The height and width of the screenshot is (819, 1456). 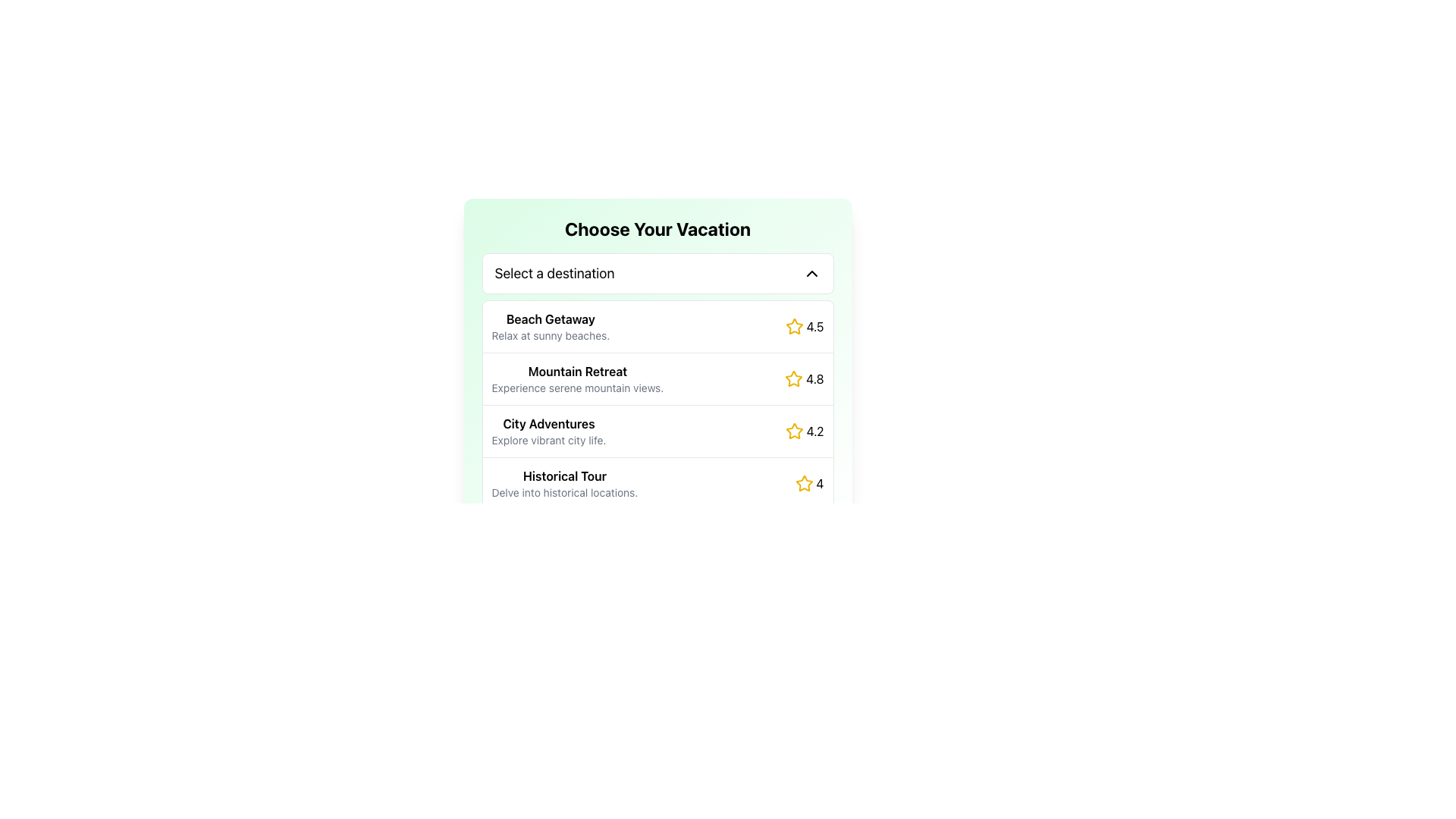 What do you see at coordinates (803, 431) in the screenshot?
I see `the Rating display component showing '4.2' next to the yellow star icon, located on the right side of the 'City Adventures' row` at bounding box center [803, 431].